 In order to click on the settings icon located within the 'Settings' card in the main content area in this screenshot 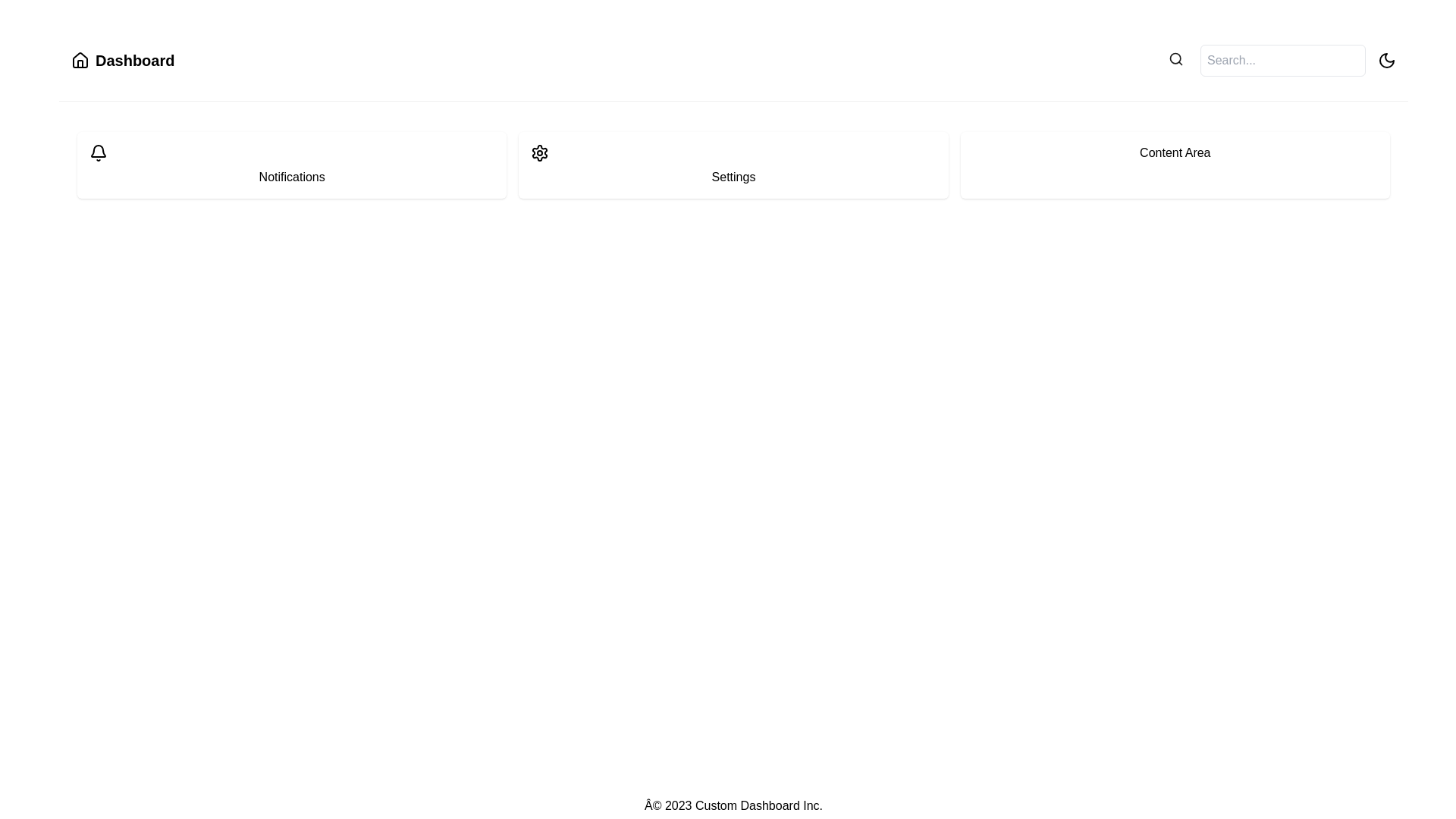, I will do `click(540, 152)`.